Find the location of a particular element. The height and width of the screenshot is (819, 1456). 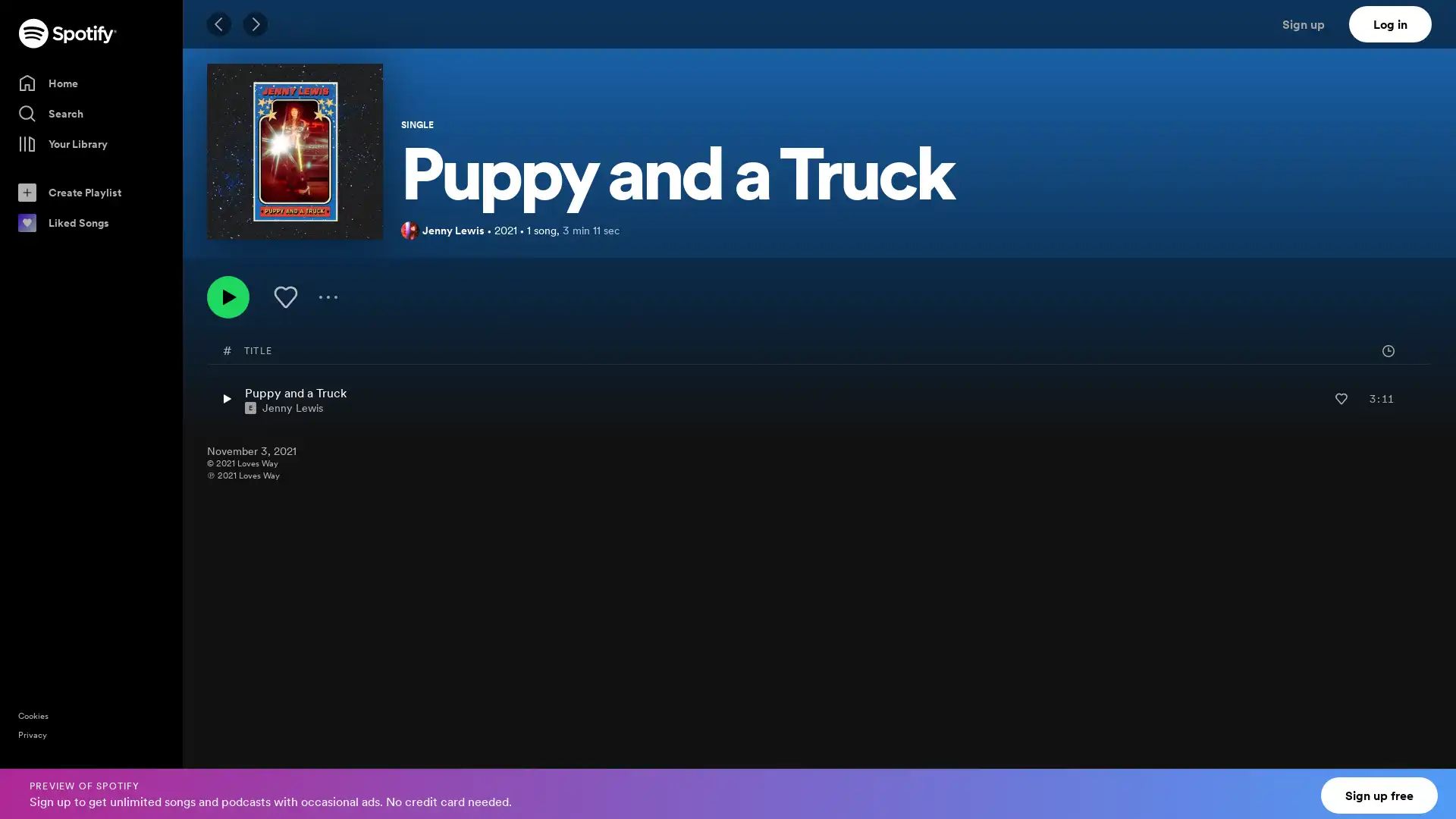

Sign up free is located at coordinates (1379, 795).